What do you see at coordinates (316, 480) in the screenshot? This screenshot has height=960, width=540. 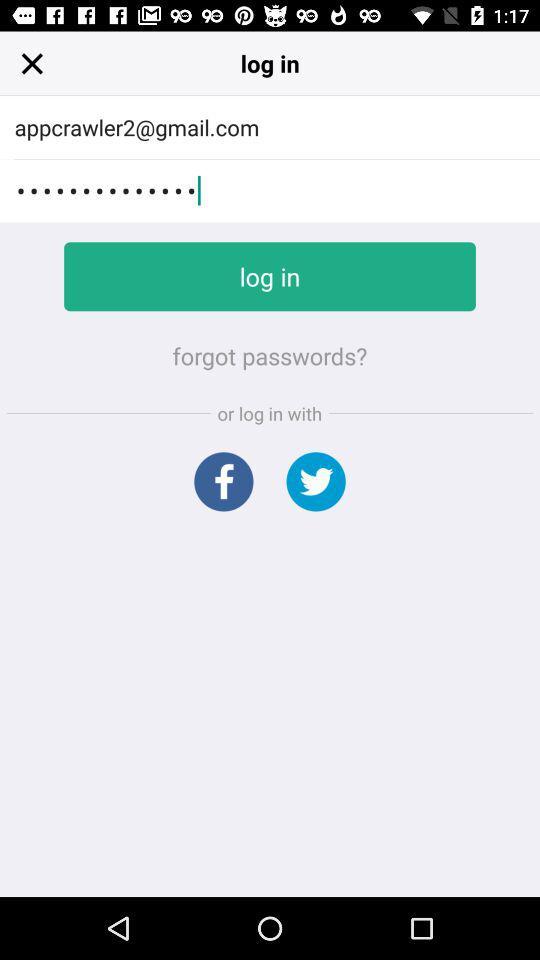 I see `the twitter icon` at bounding box center [316, 480].